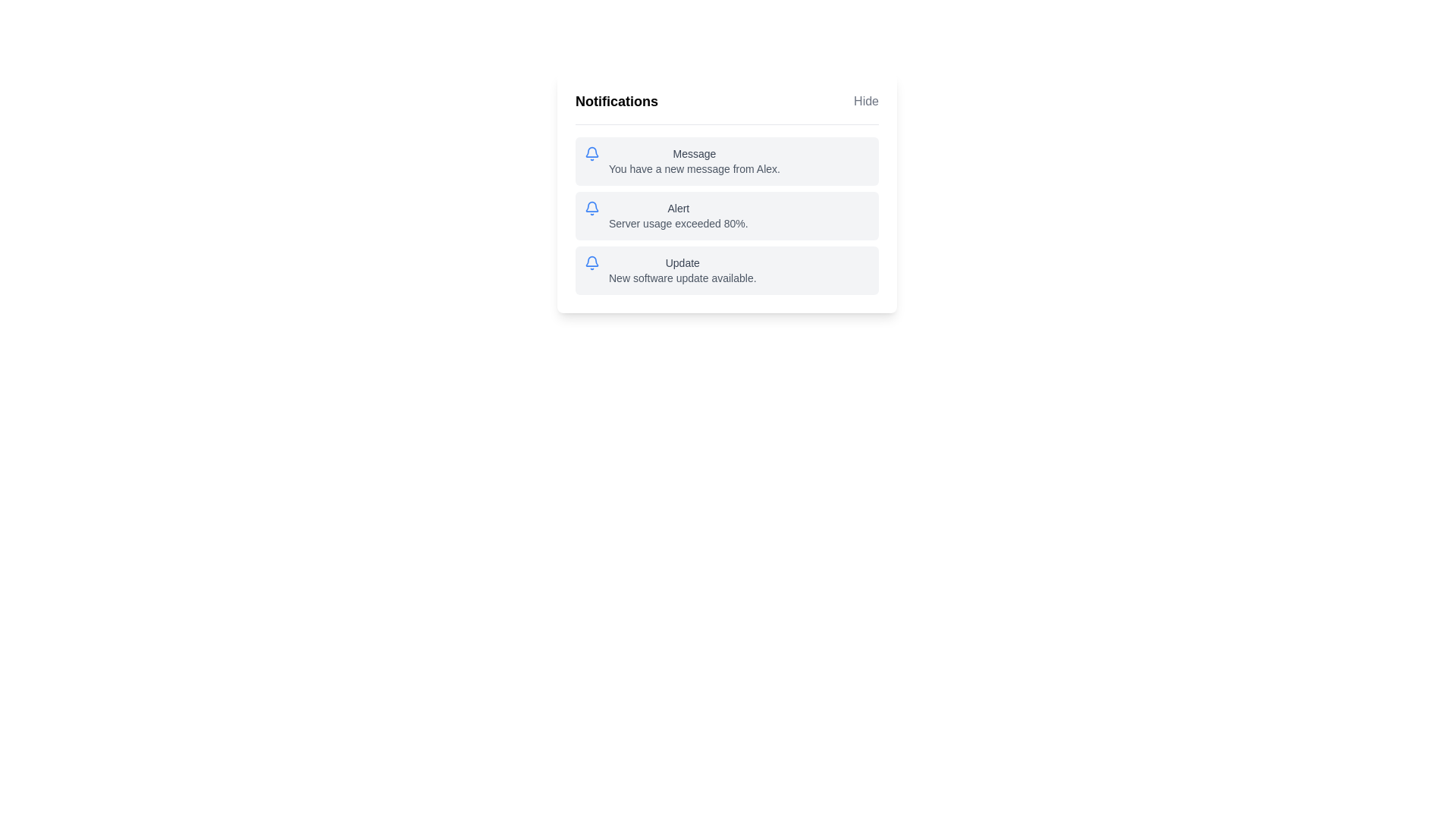  What do you see at coordinates (866, 102) in the screenshot?
I see `the text button located in the upper-center area of the interface` at bounding box center [866, 102].